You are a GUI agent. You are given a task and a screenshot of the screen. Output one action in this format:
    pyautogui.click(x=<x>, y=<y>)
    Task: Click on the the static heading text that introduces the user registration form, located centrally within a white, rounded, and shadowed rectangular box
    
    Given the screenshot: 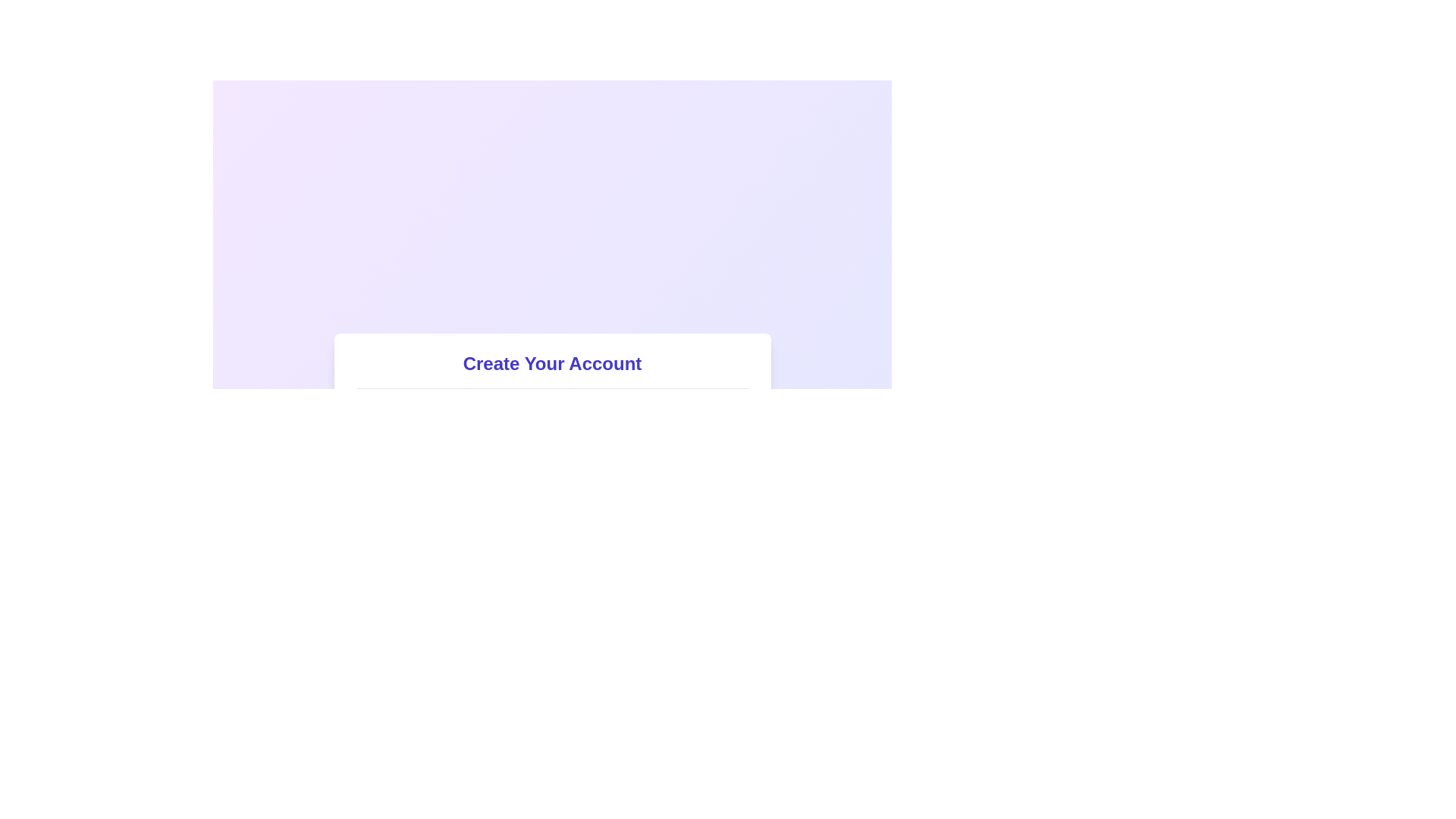 What is the action you would take?
    pyautogui.click(x=551, y=363)
    